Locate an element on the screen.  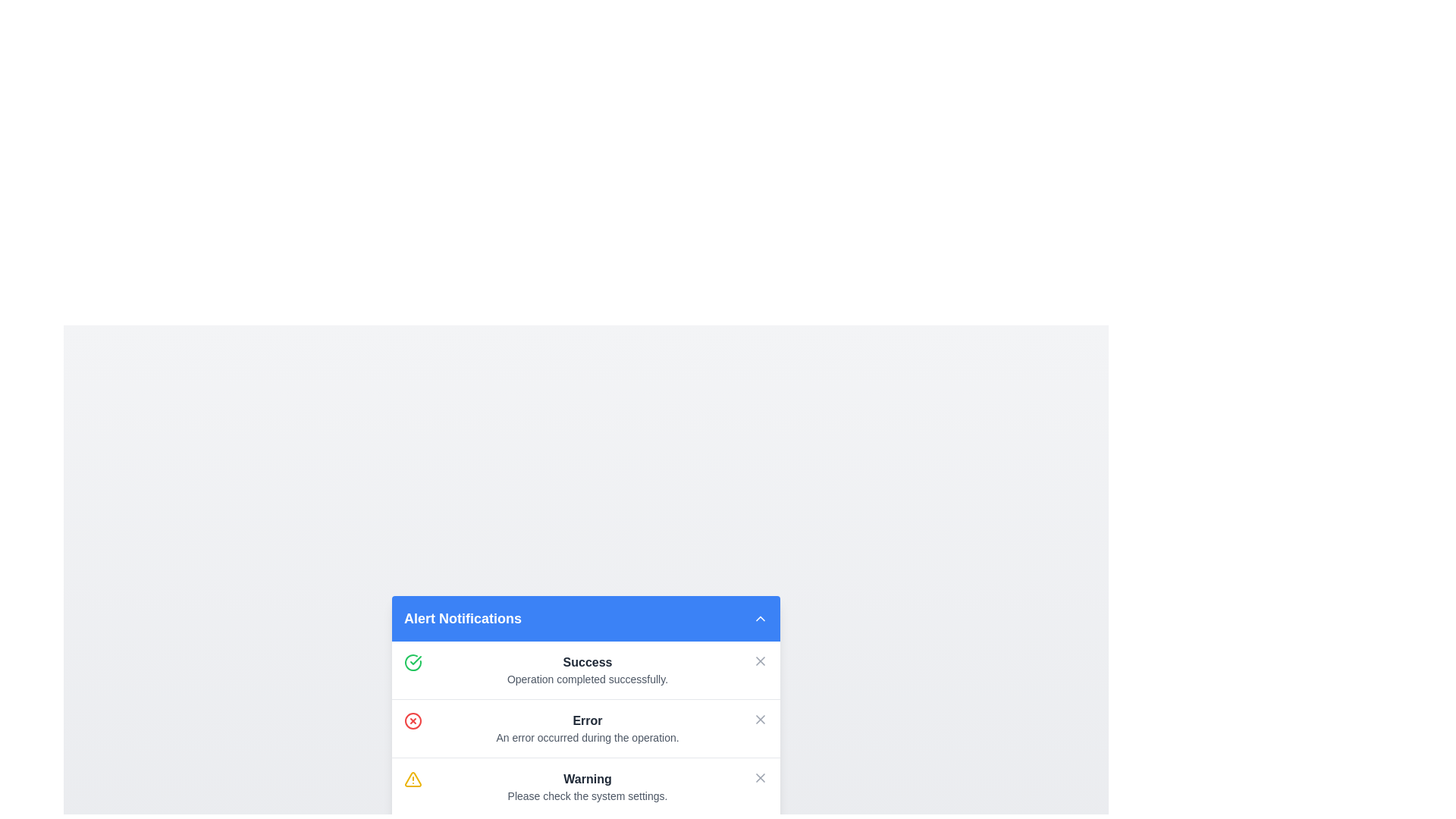
the yellow triangular warning icon with an exclamation mark inside, located to the left of the 'Warning' title in the third entry of the notification list is located at coordinates (413, 779).